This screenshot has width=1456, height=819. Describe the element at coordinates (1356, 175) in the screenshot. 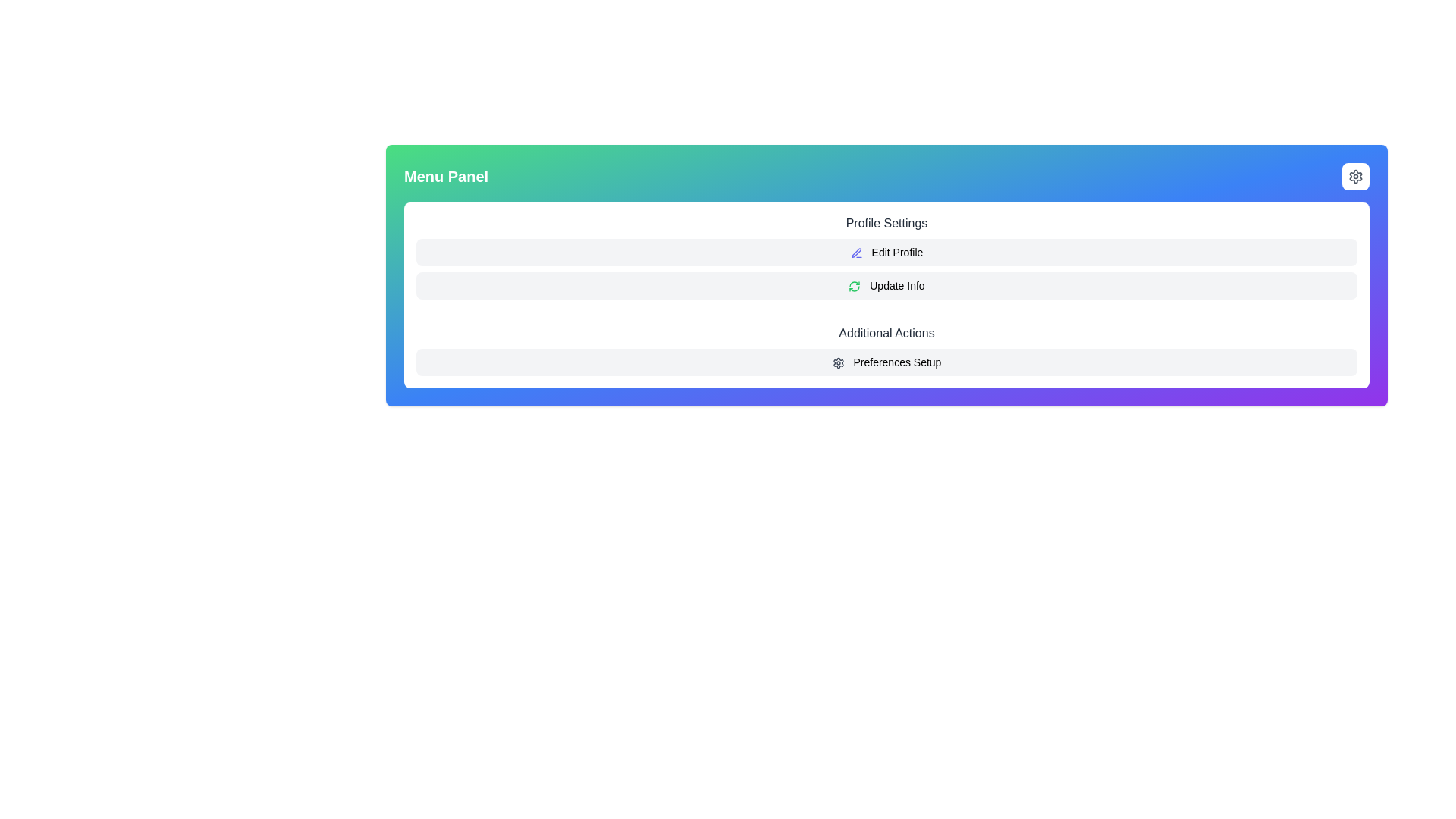

I see `the settings SVG icon located in the top-right corner of the menu panel interface` at that location.